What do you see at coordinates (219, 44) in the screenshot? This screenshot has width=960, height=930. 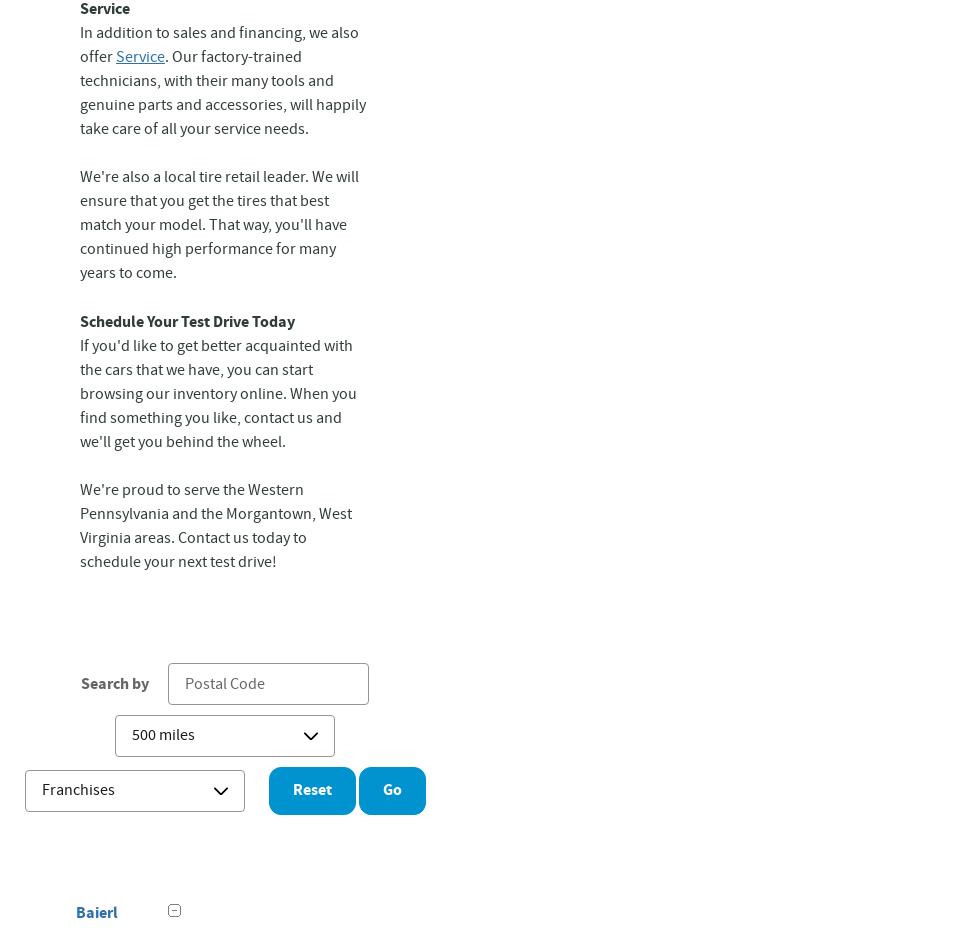 I see `'In addition to sales and financing, we also offer'` at bounding box center [219, 44].